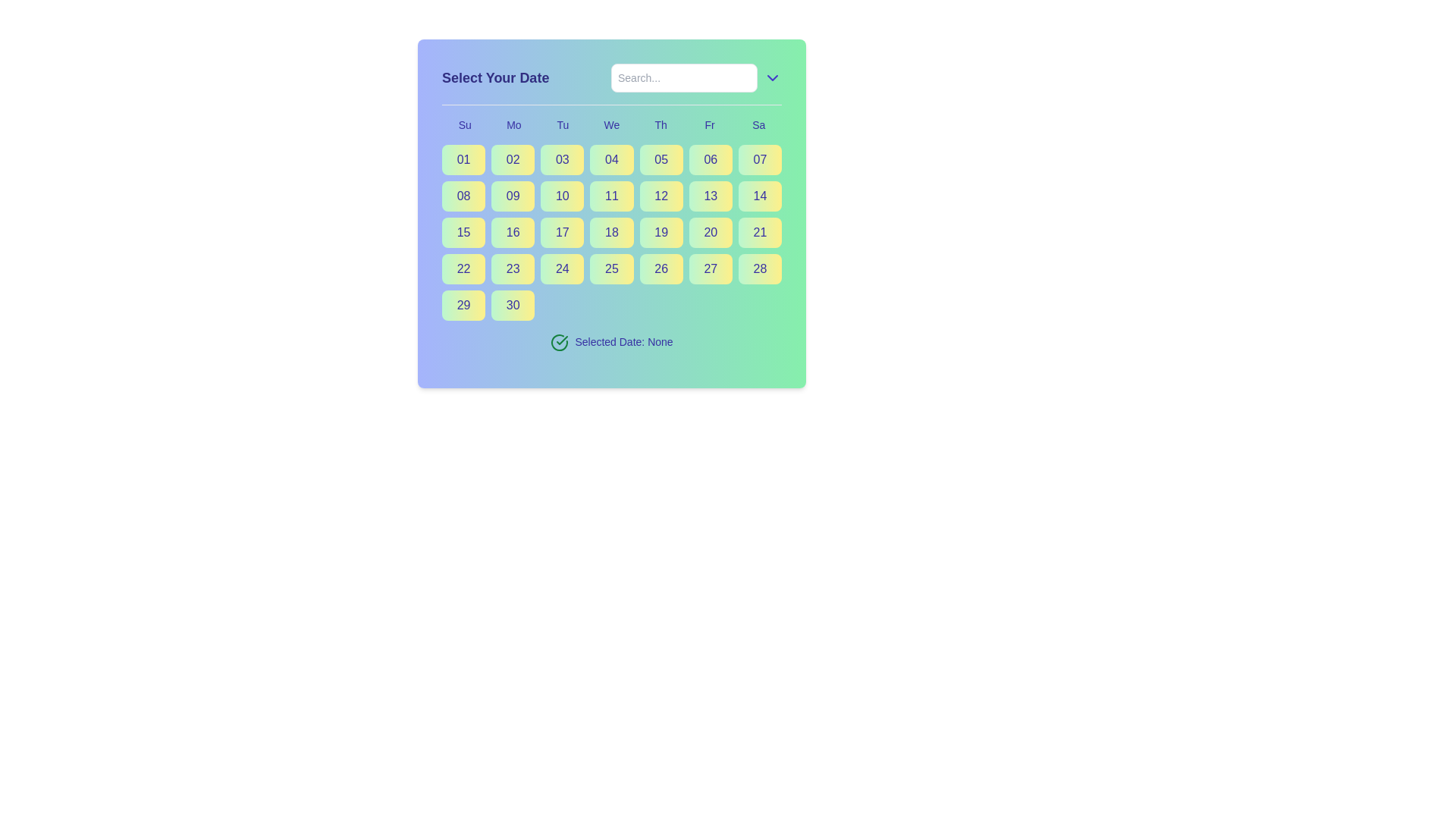  Describe the element at coordinates (611, 124) in the screenshot. I see `the 'We' text element that serves as a label for Wednesday, positioned centrally between 'Tu' and 'Th' in the row of day abbreviations above the calendar grid` at that location.